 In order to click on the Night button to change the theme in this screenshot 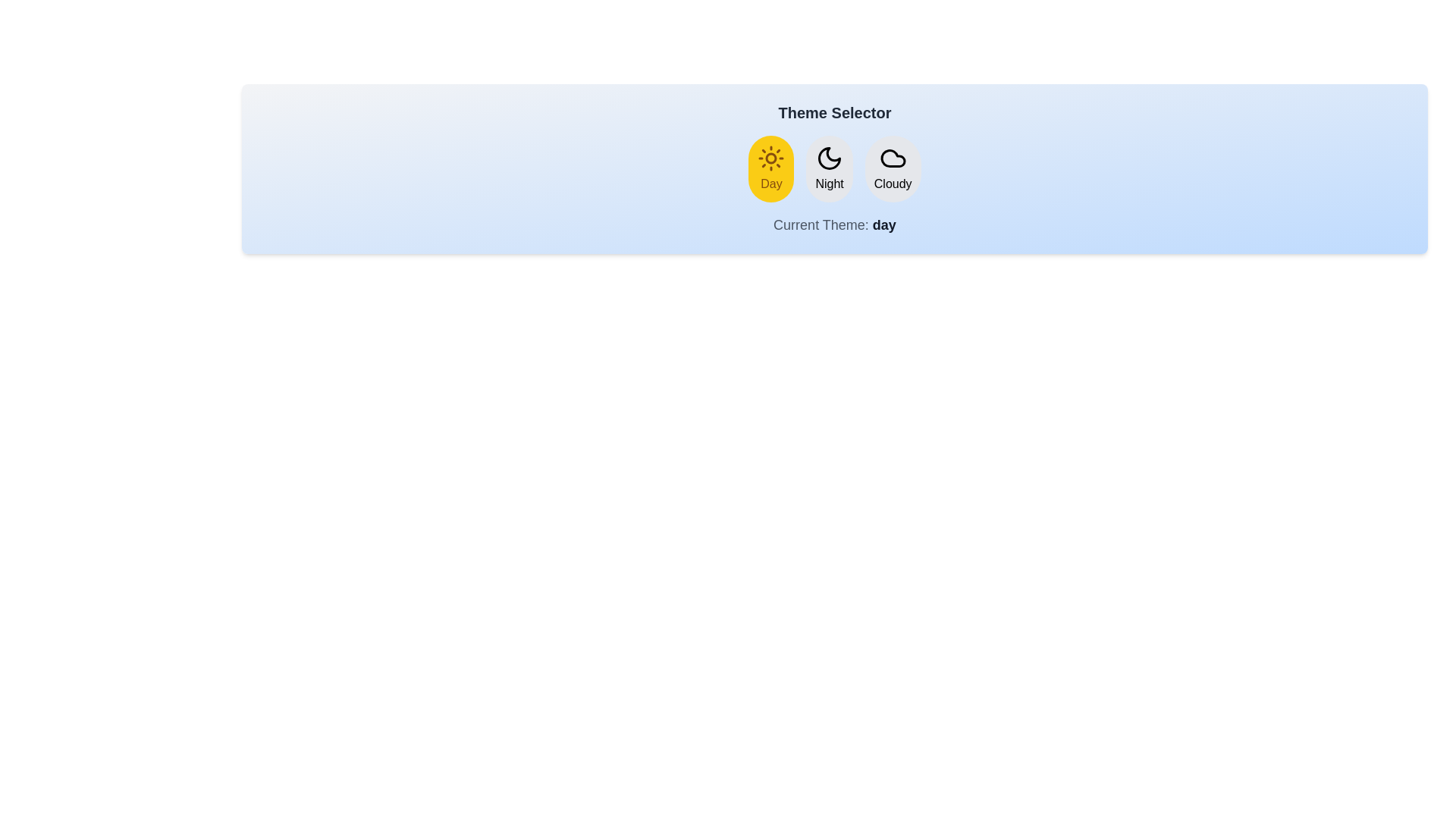, I will do `click(829, 169)`.